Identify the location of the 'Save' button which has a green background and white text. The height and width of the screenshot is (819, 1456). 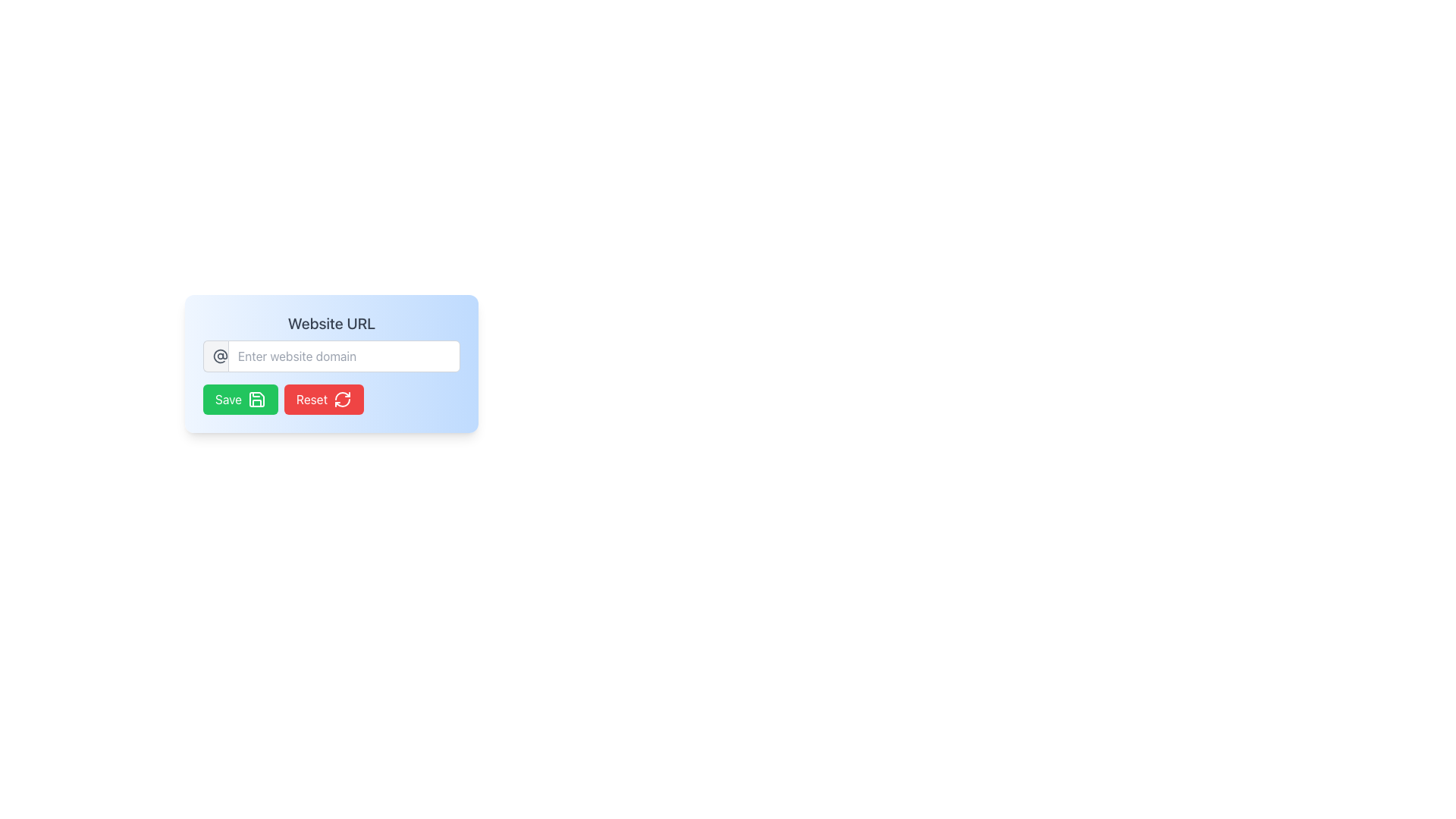
(240, 399).